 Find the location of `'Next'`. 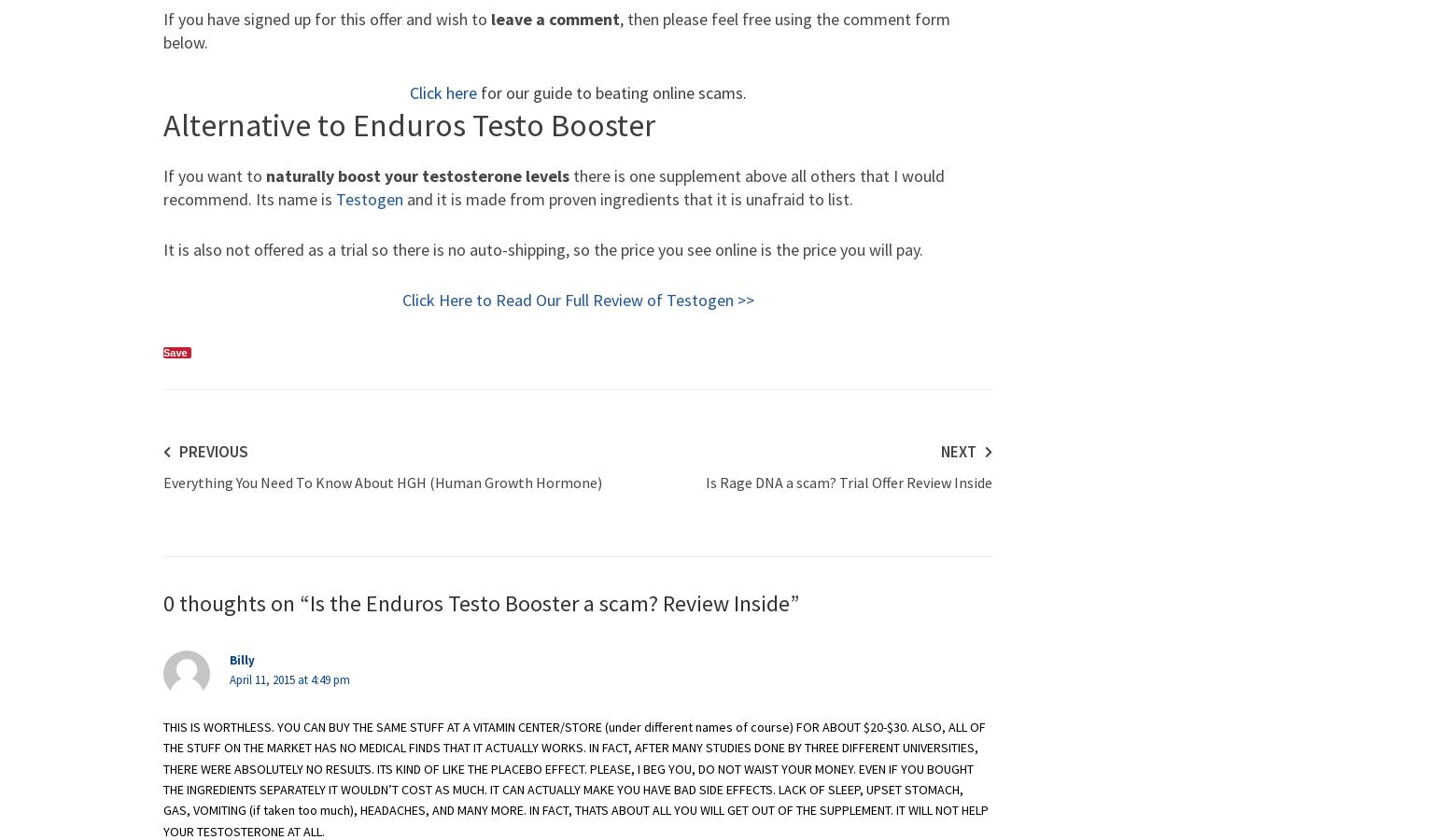

'Next' is located at coordinates (939, 450).